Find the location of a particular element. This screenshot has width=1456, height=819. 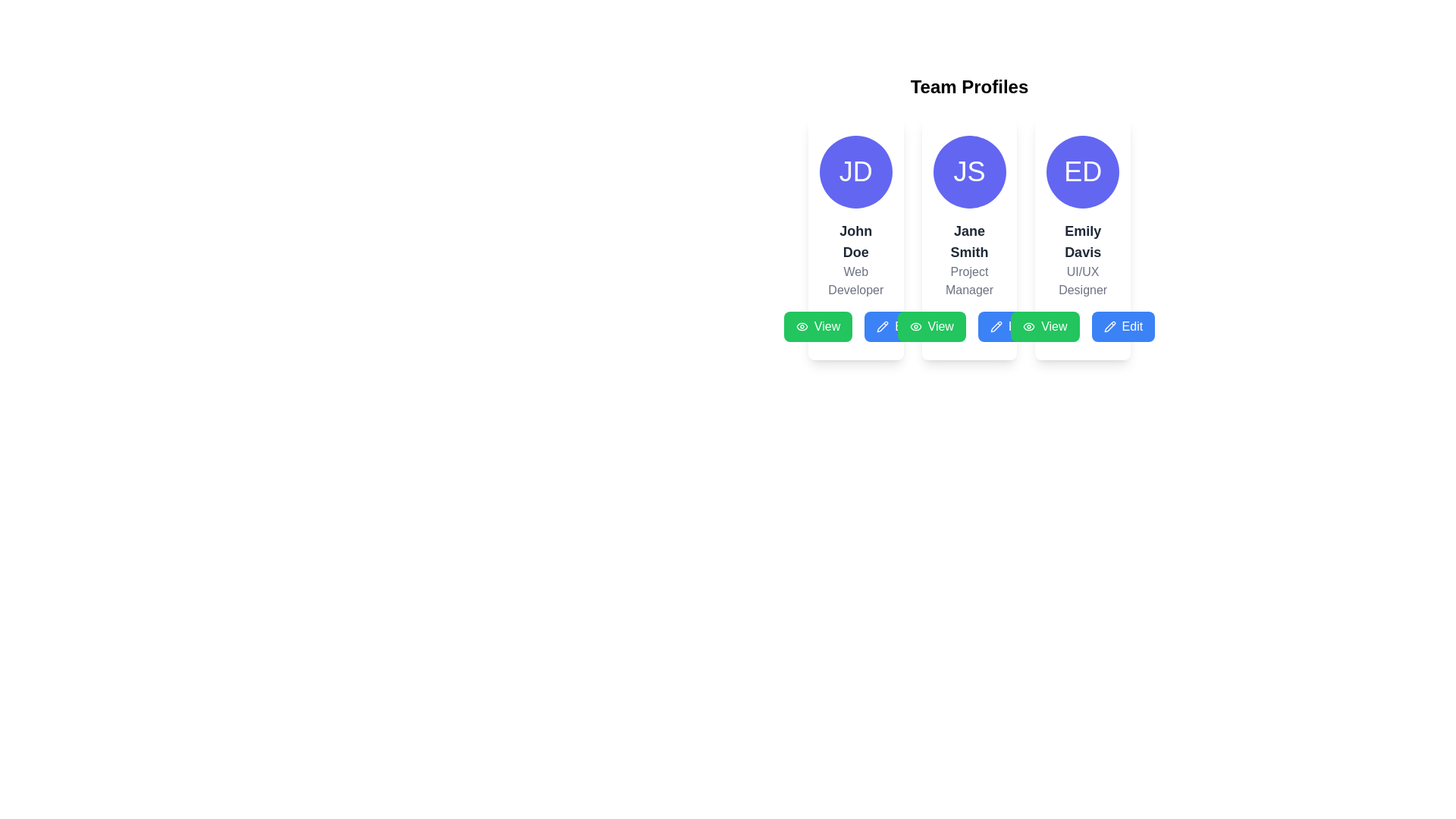

the Static Text Label that indicates the role 'UI/UX Designer' located below 'Emily Davis' and above the 'View' and 'Edit' buttons is located at coordinates (1082, 281).